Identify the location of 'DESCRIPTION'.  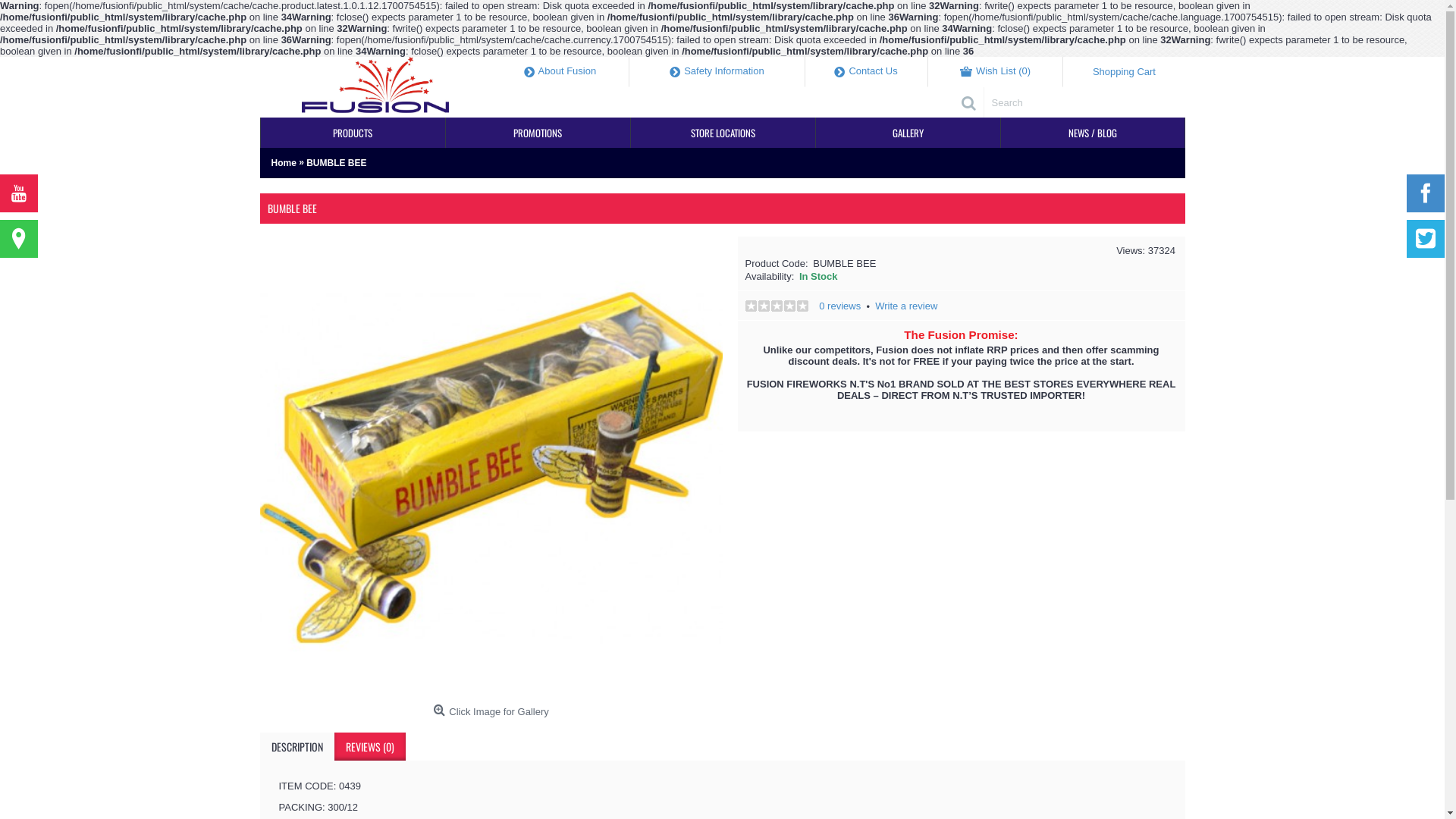
(296, 745).